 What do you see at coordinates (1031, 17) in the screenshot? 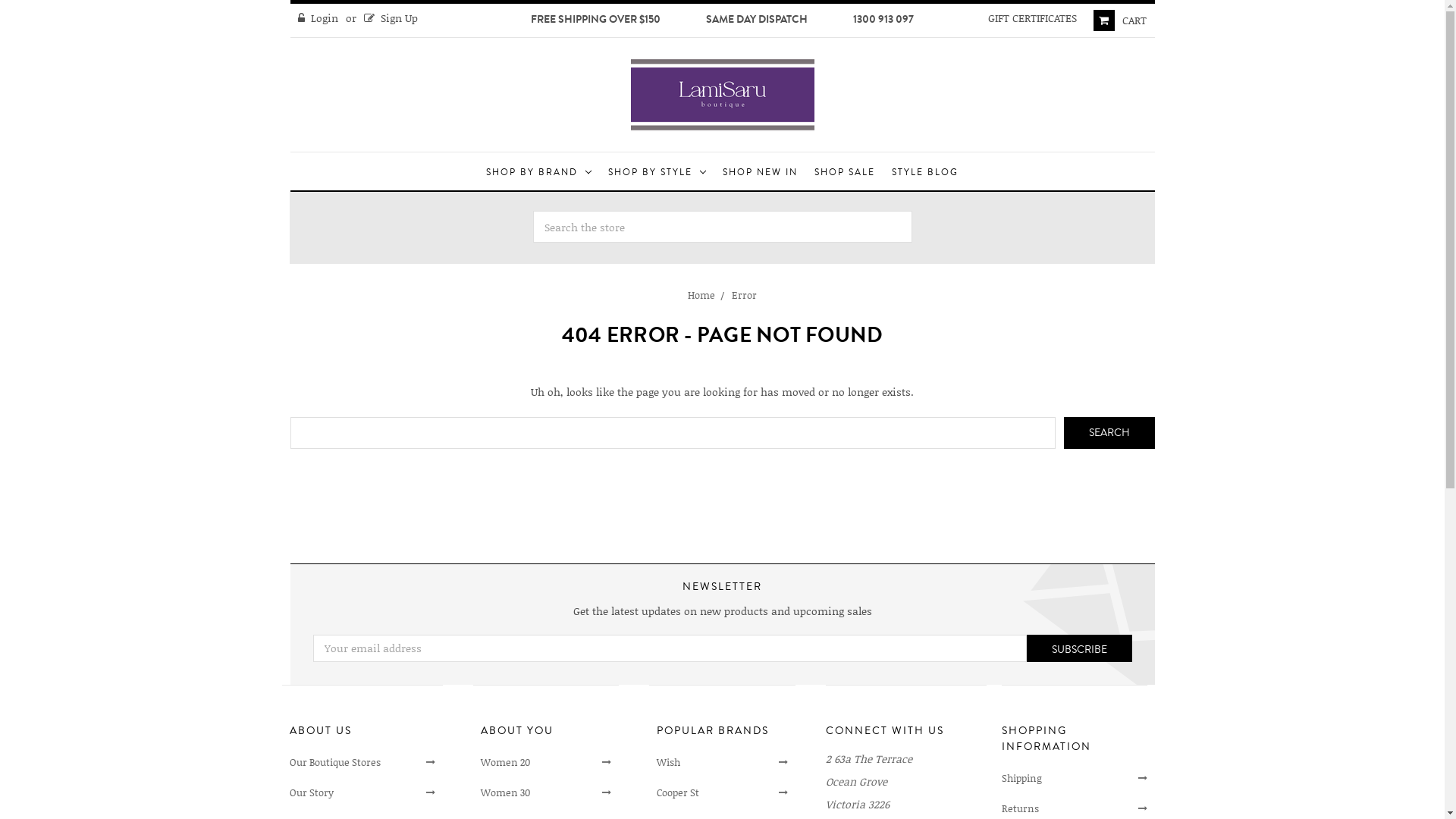
I see `'GIFT CERTIFICATES'` at bounding box center [1031, 17].